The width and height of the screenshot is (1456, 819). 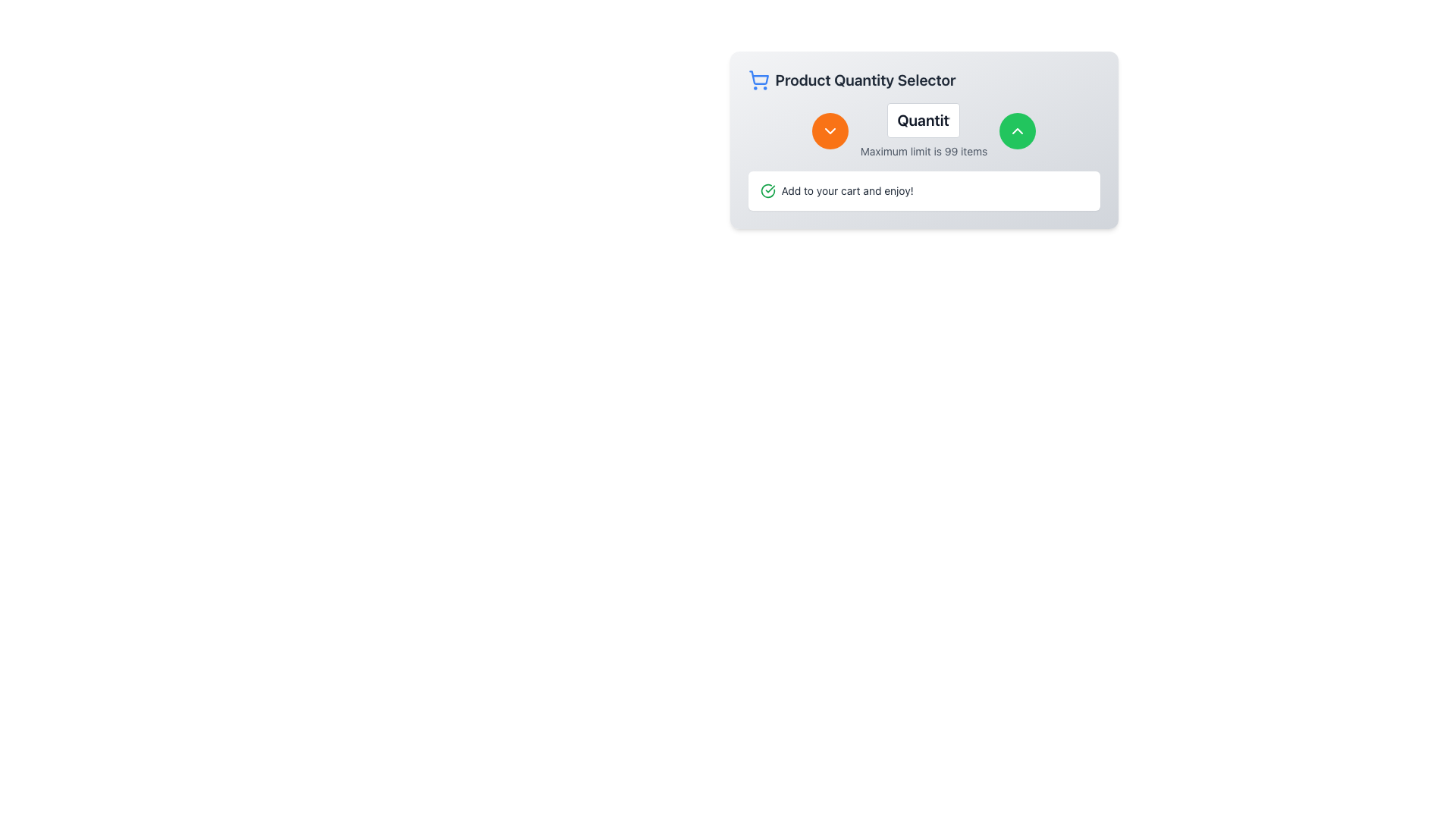 What do you see at coordinates (923, 152) in the screenshot?
I see `displayed information from the static text label that says 'Maximum limit is 99 items', which is styled in a small gray font and positioned directly below the quantity input box` at bounding box center [923, 152].